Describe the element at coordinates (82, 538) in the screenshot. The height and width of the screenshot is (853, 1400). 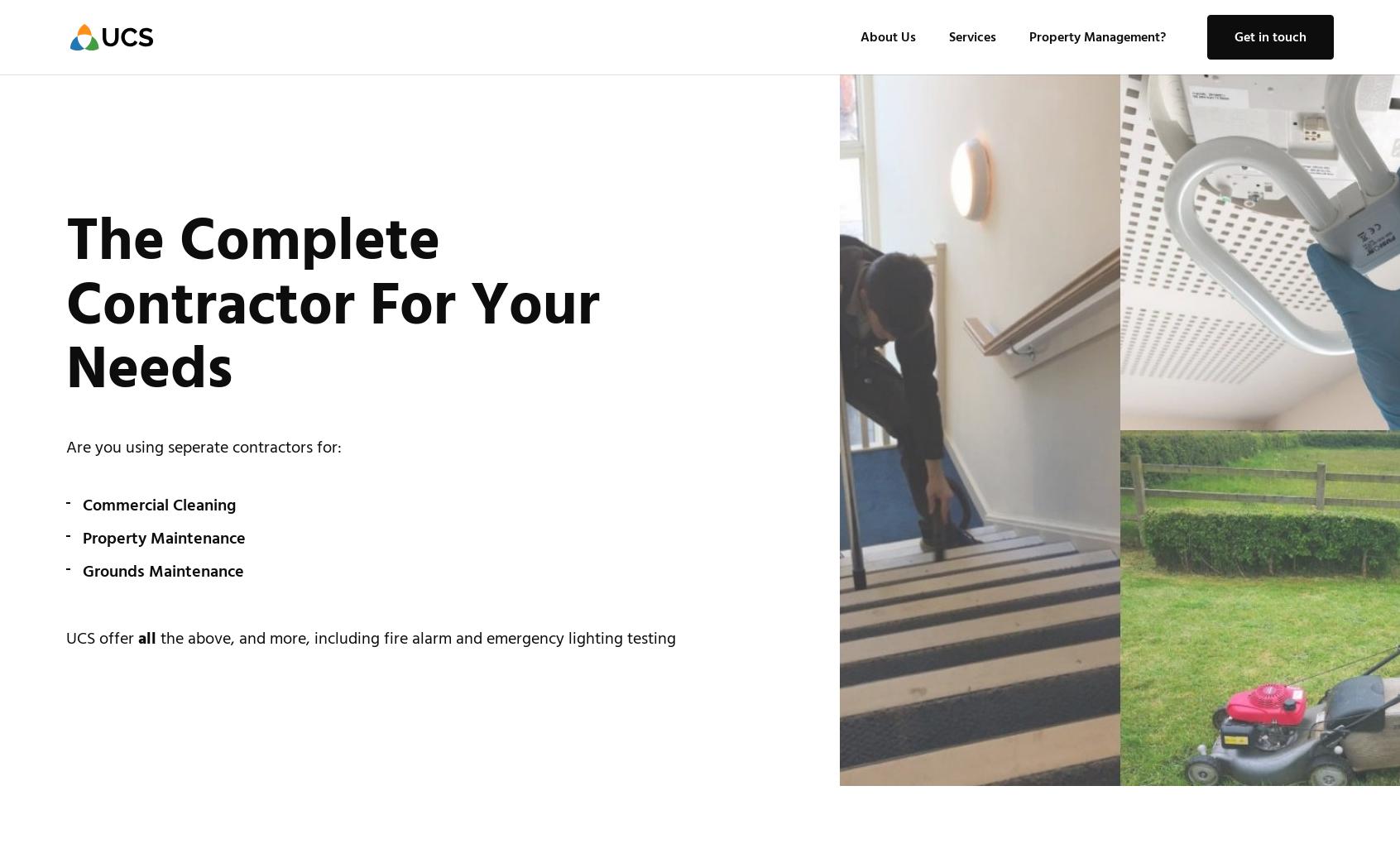
I see `'Property Maintenance'` at that location.